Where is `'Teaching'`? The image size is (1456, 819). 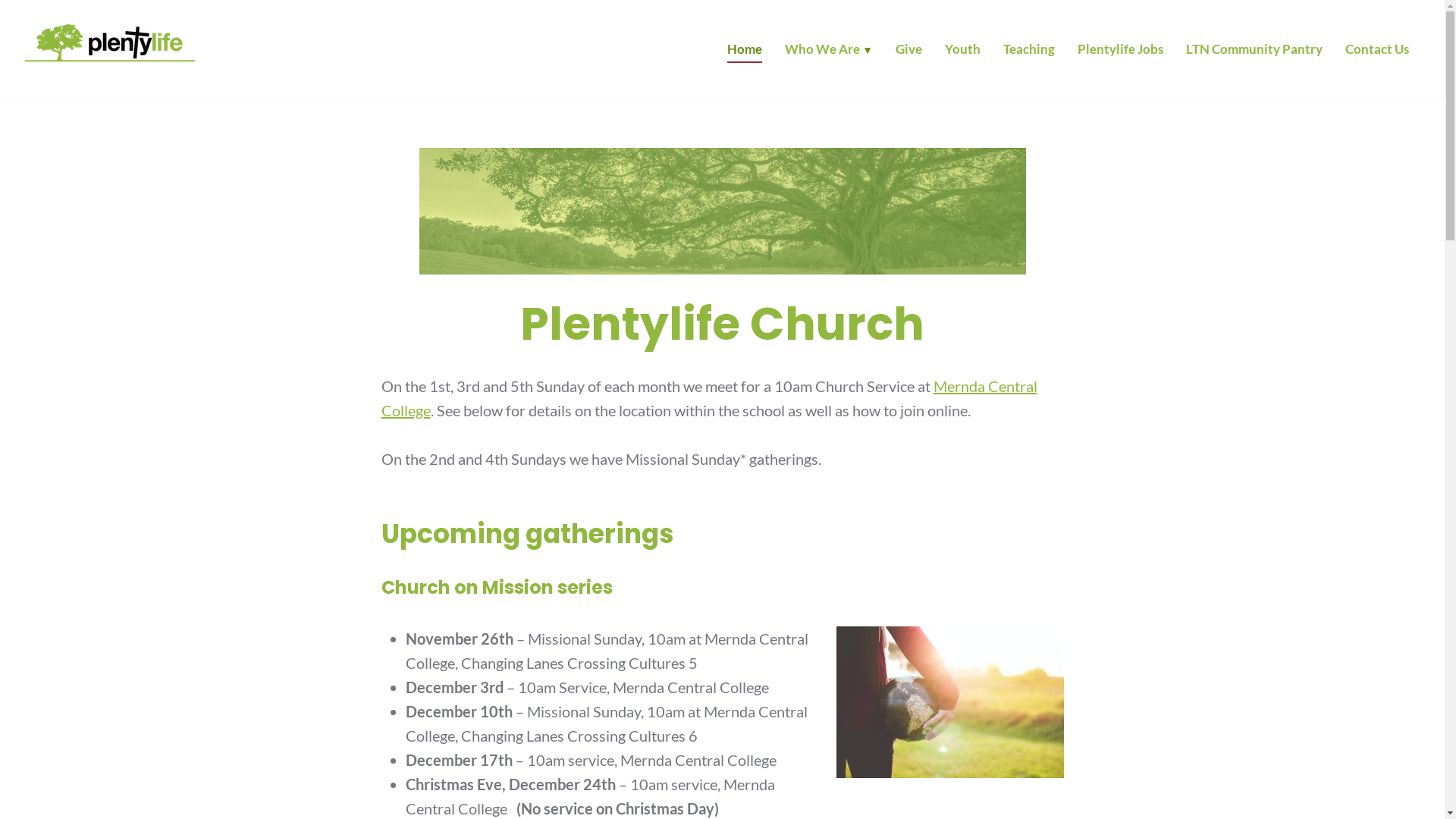
'Teaching' is located at coordinates (1029, 51).